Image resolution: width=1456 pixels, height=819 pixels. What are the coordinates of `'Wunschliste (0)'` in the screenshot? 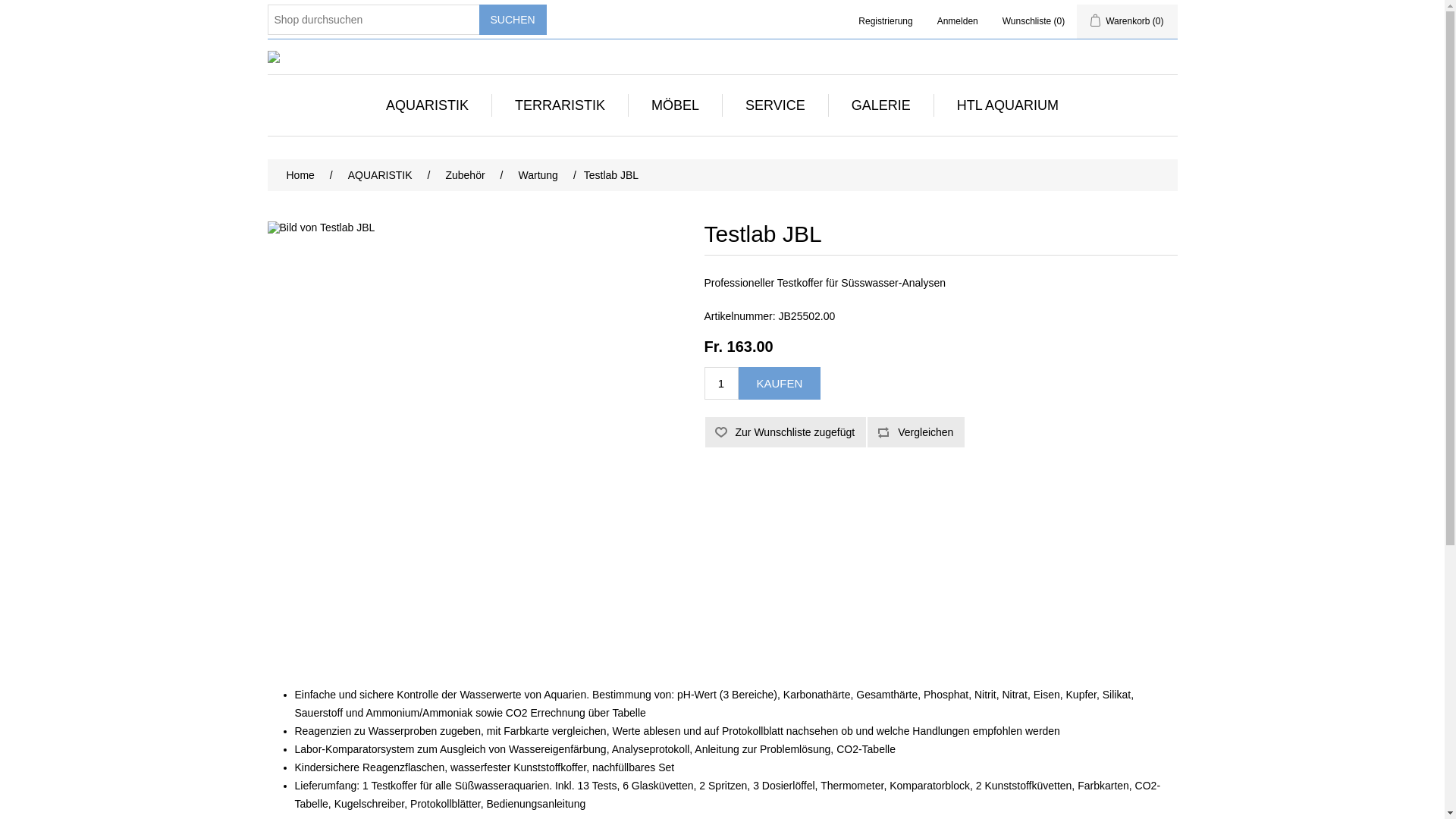 It's located at (1002, 21).